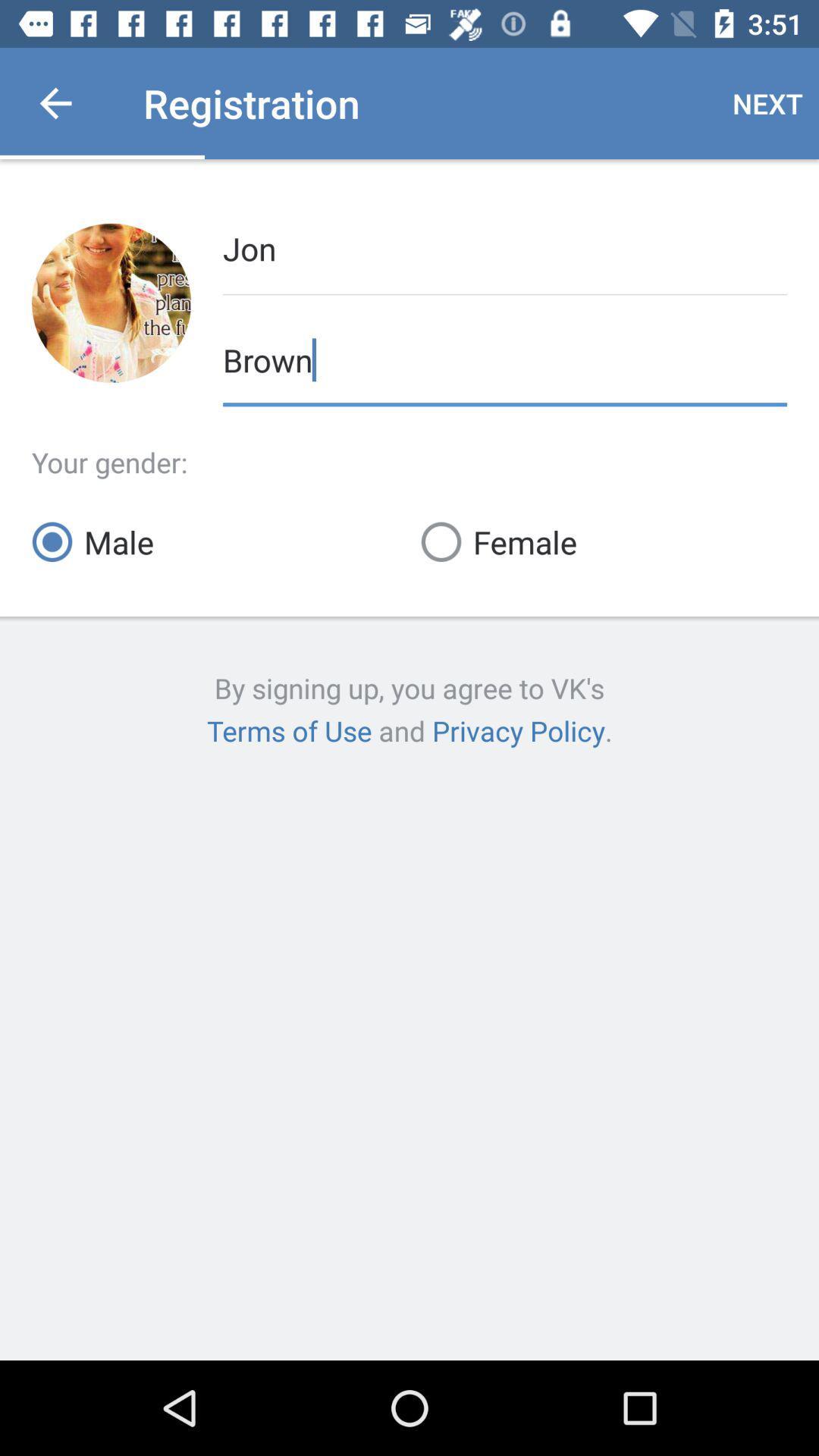  What do you see at coordinates (505, 247) in the screenshot?
I see `icon below next` at bounding box center [505, 247].